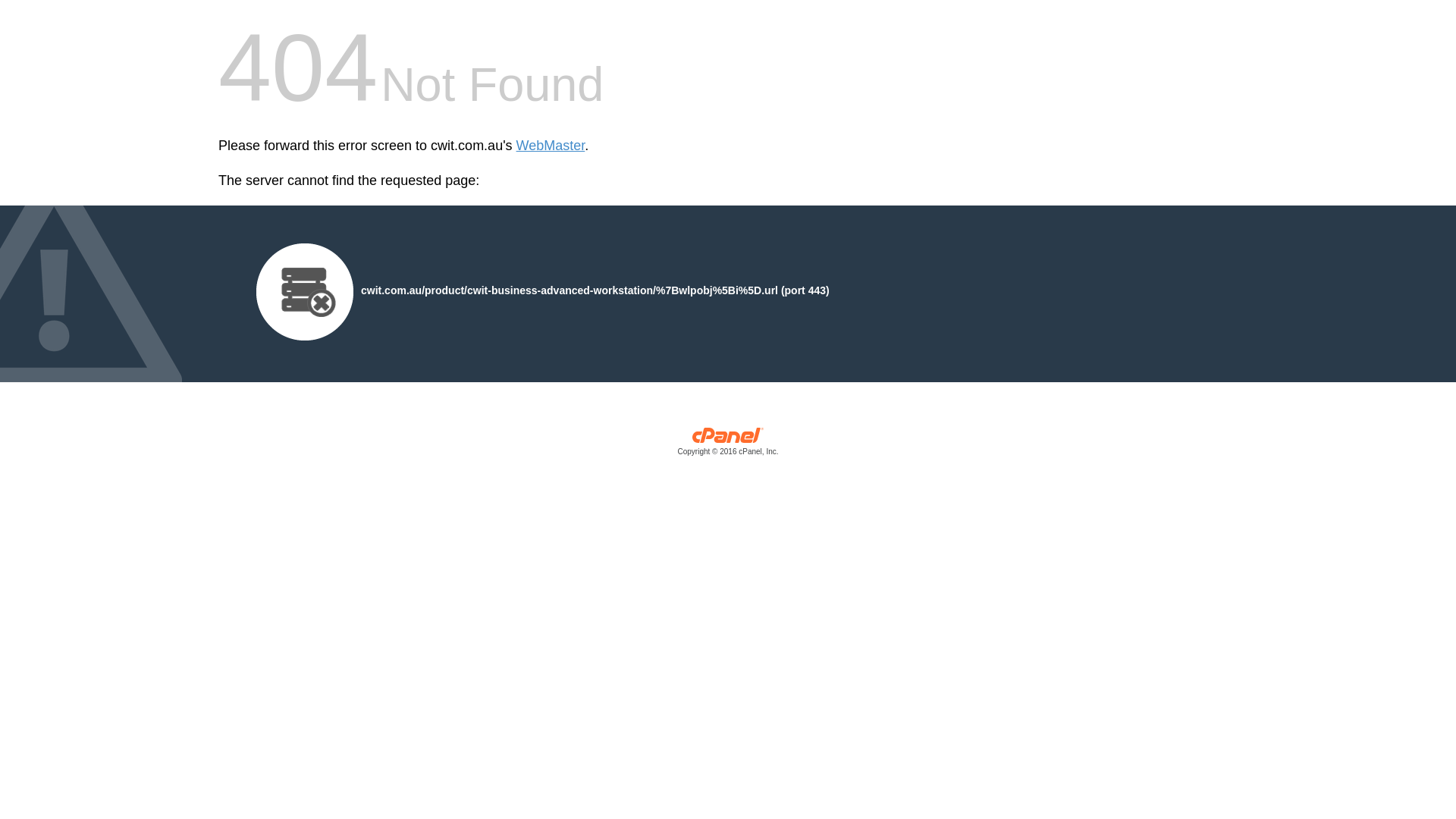 The width and height of the screenshot is (1456, 819). What do you see at coordinates (550, 146) in the screenshot?
I see `'WebMaster'` at bounding box center [550, 146].